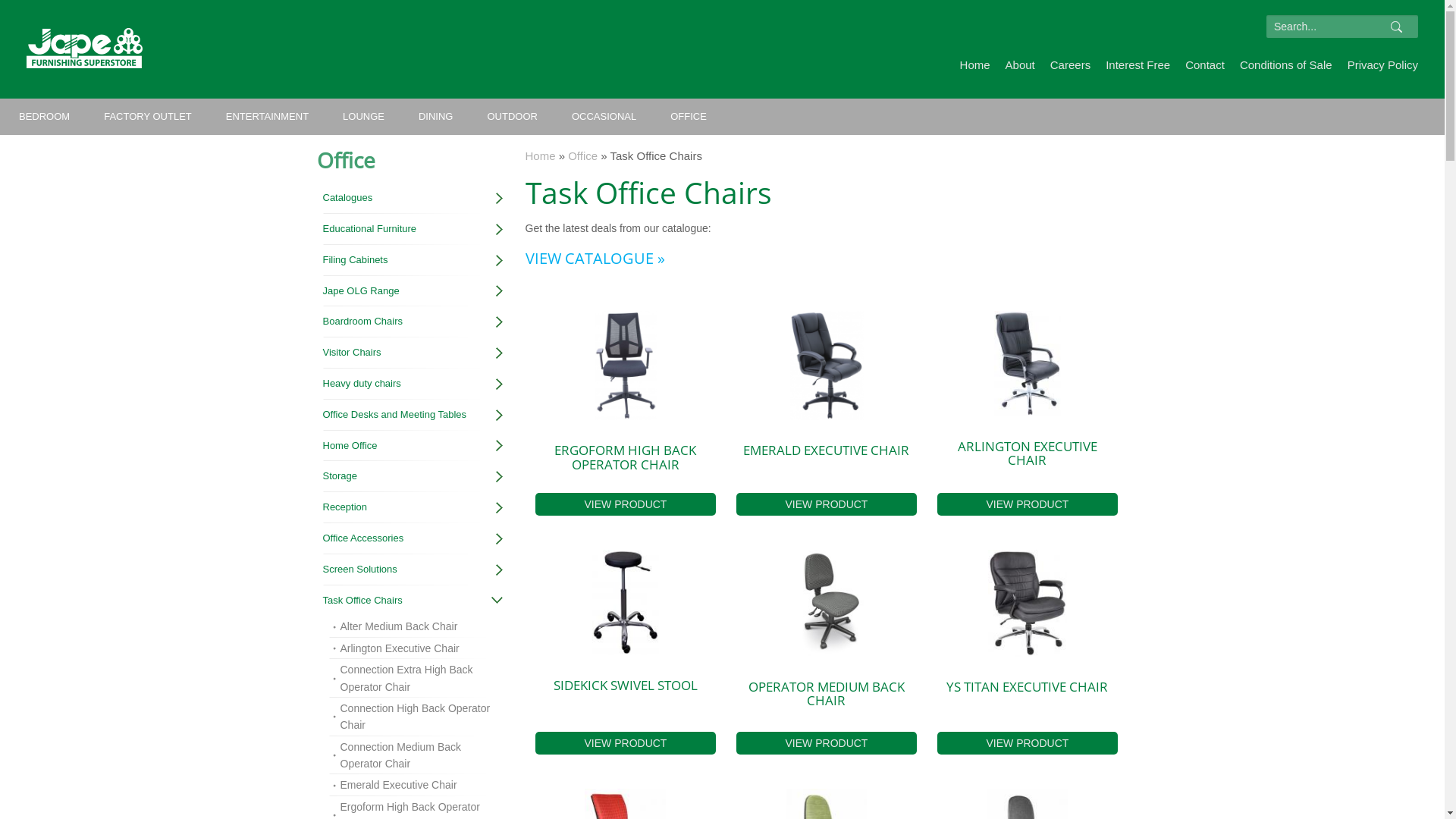 The height and width of the screenshot is (819, 1456). I want to click on 'OCCASIONAL', so click(603, 115).